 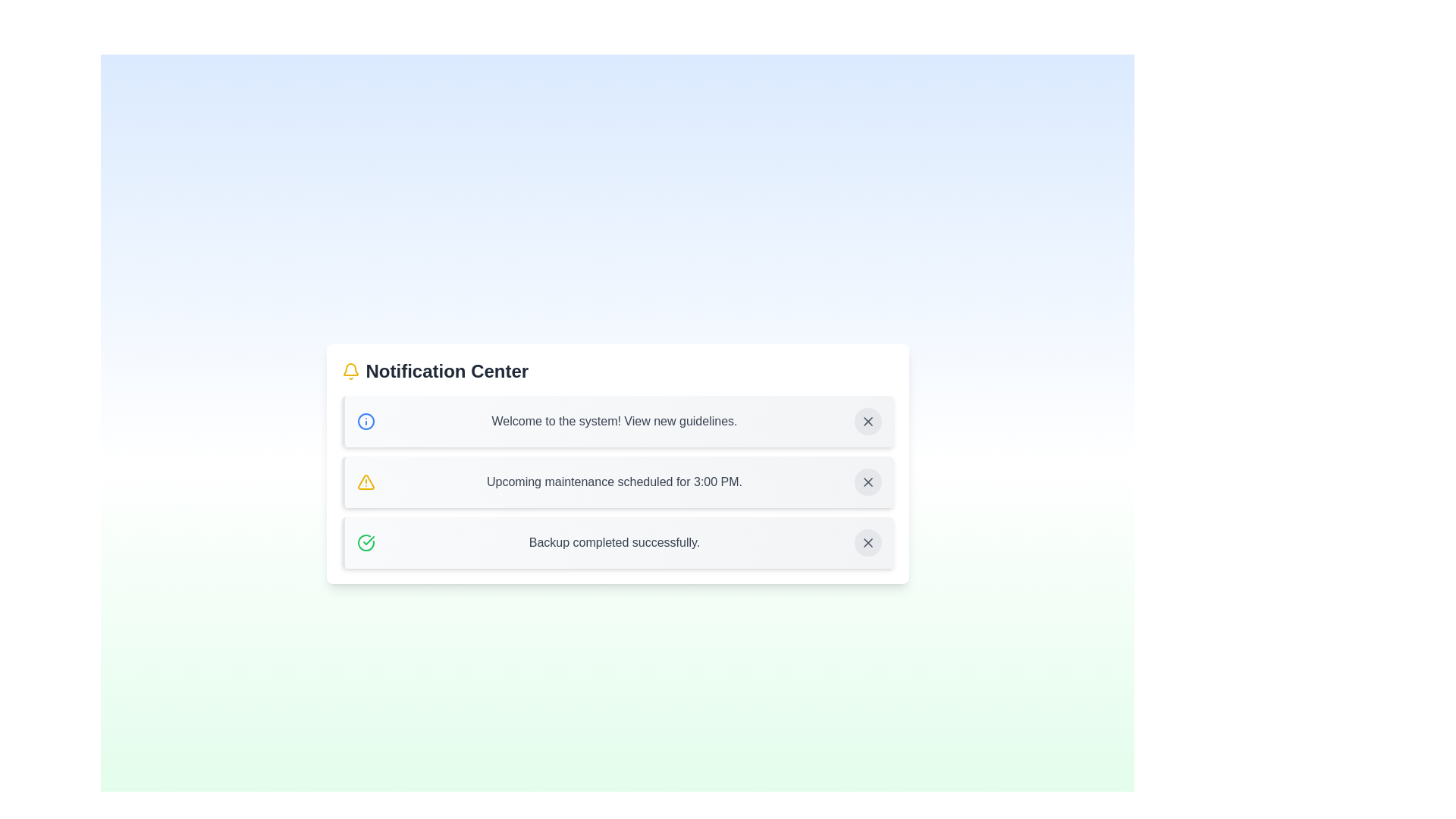 What do you see at coordinates (614, 542) in the screenshot?
I see `the static text label that reads 'Backup completed successfully.' positioned within the third notification card, which features a green checkmark icon on the left` at bounding box center [614, 542].